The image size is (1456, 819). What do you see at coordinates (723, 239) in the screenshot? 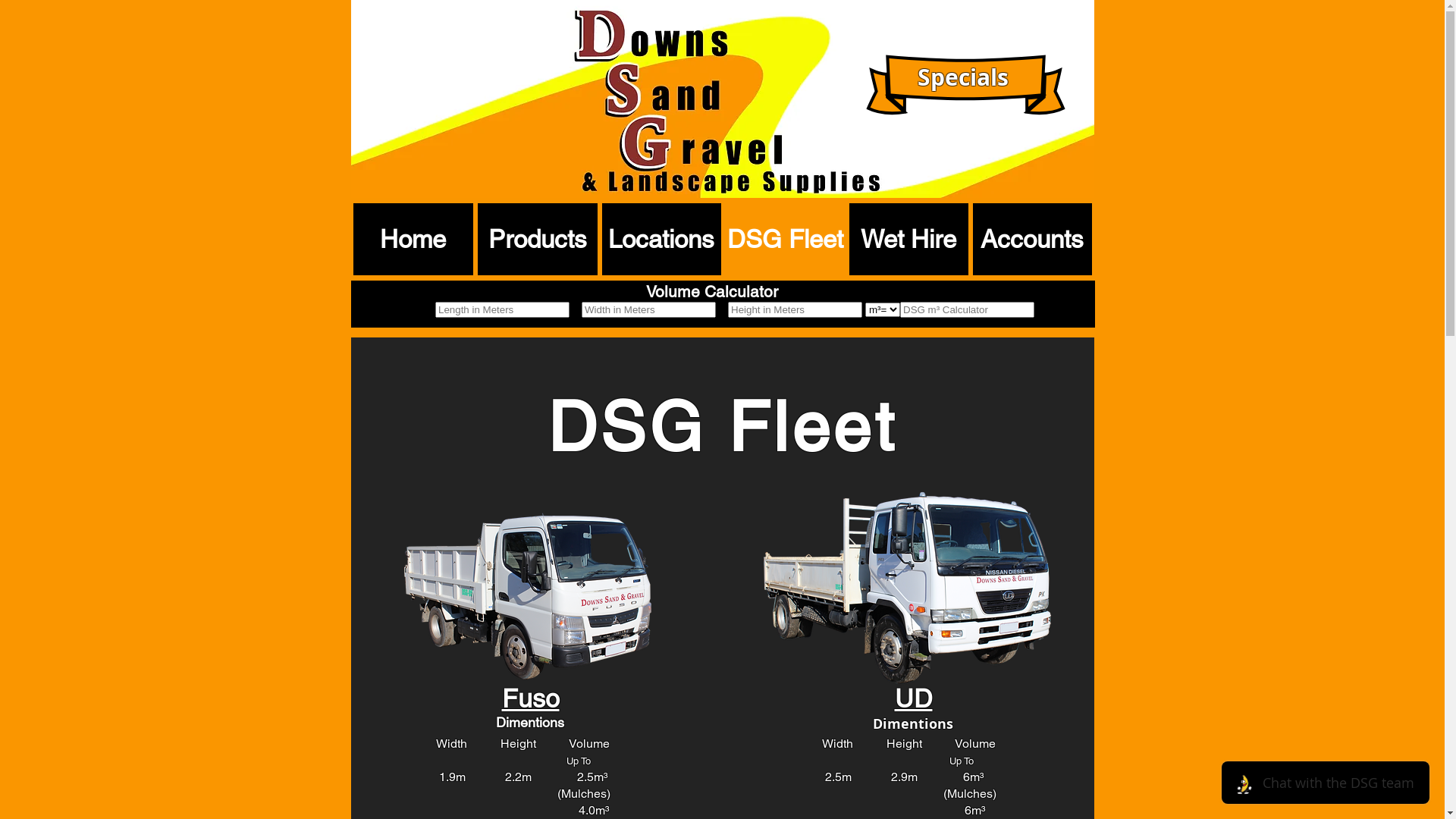
I see `'DSG Fleet'` at bounding box center [723, 239].